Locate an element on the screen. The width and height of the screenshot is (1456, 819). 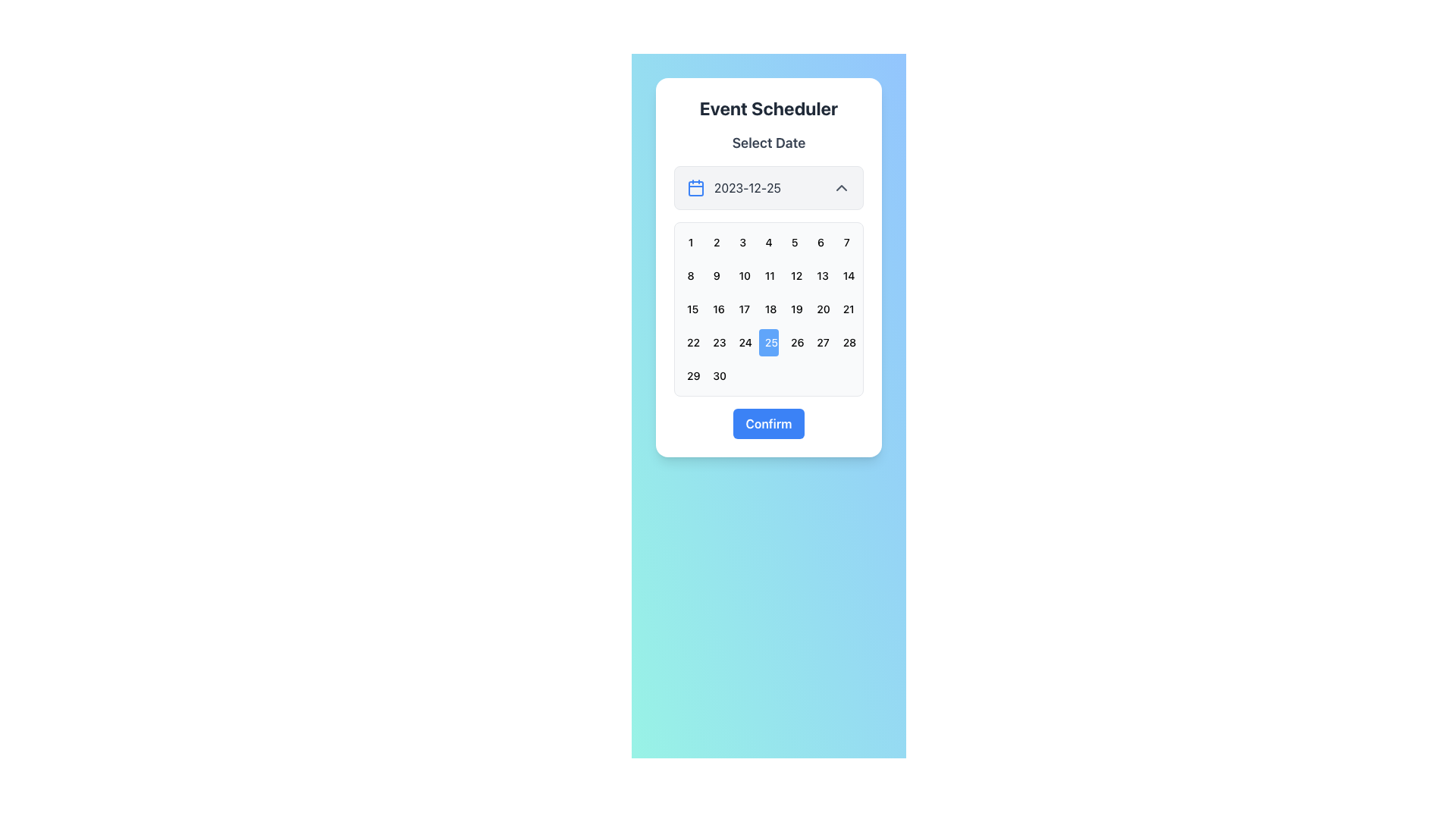
the small square button with a rounded border containing the number '6' is located at coordinates (820, 242).